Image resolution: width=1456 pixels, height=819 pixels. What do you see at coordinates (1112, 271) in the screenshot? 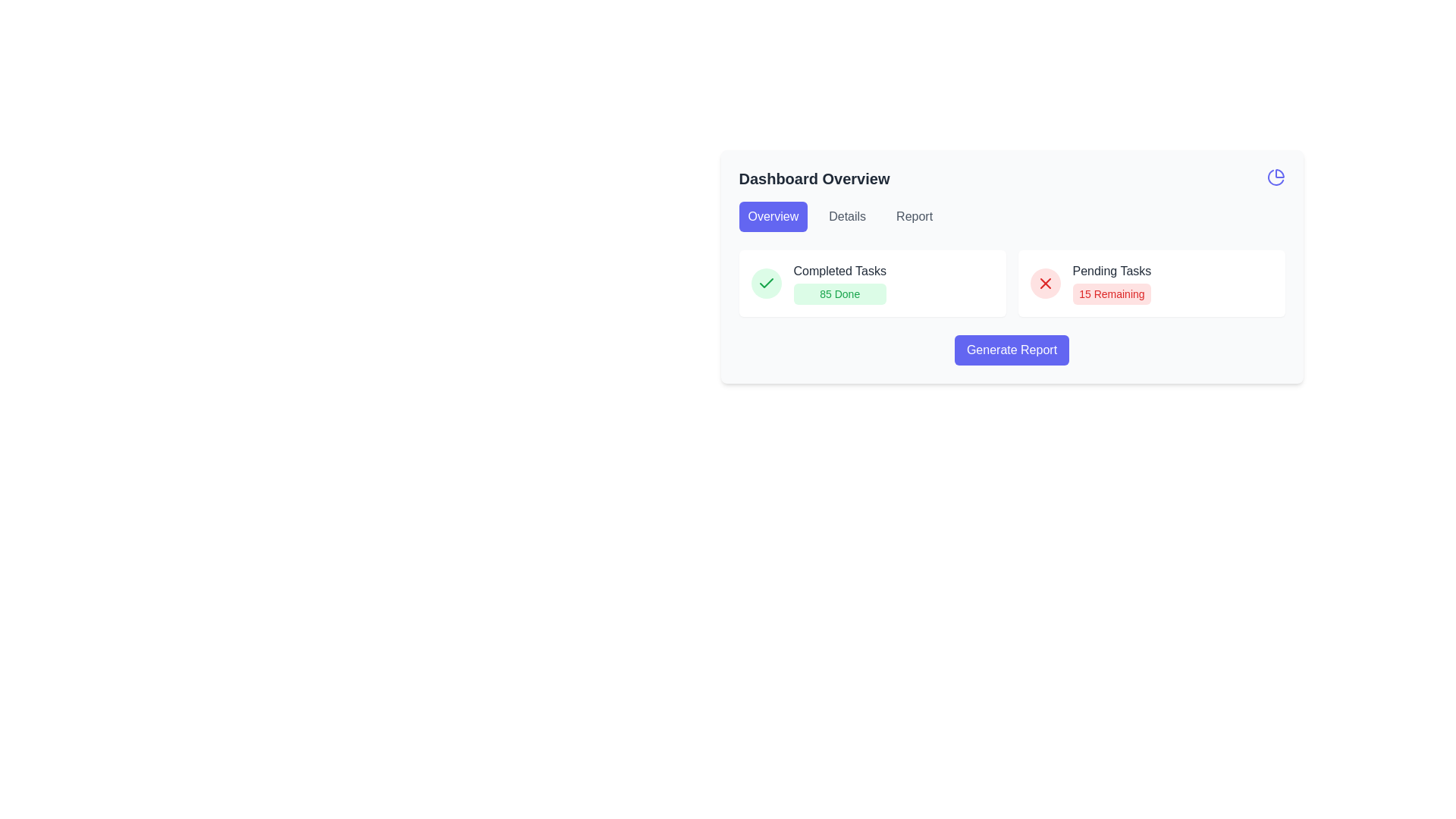
I see `the 'Pending Tasks' text label, which is displayed in dark gray and aligned in a sans-serif typeface, located in the right card of two cards in the middle of the interface` at bounding box center [1112, 271].